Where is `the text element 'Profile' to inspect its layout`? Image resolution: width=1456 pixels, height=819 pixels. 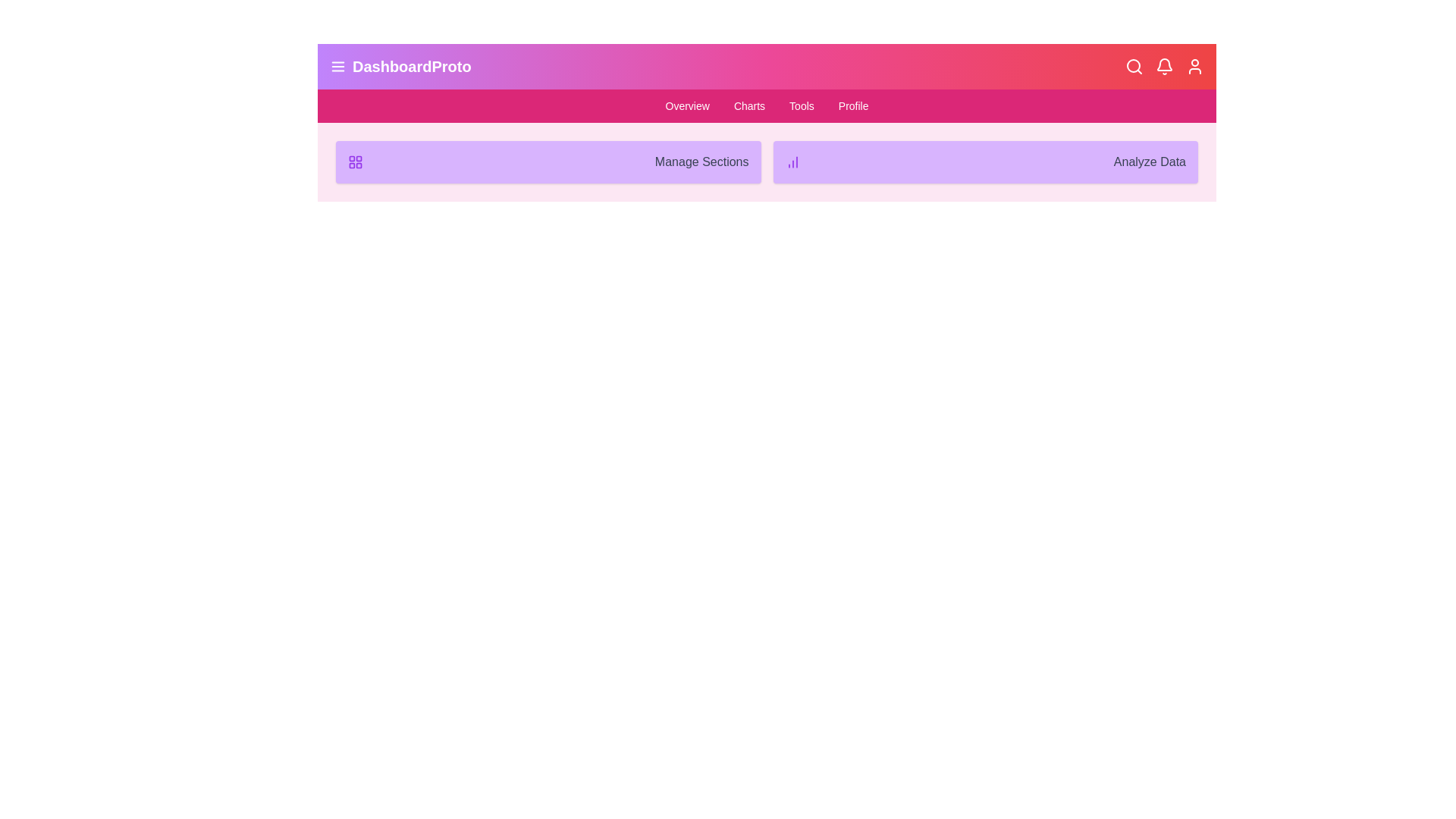 the text element 'Profile' to inspect its layout is located at coordinates (852, 105).